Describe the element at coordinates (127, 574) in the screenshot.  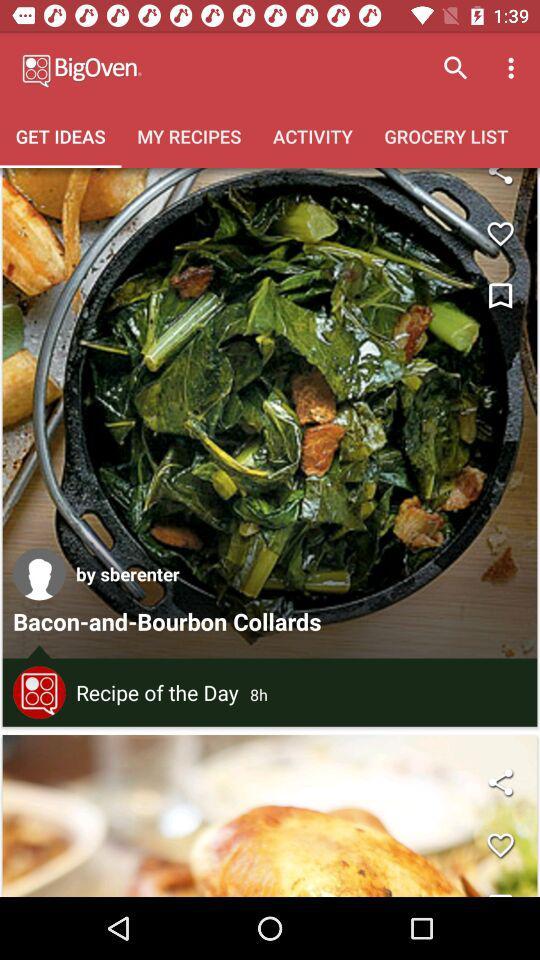
I see `icon above the bacon and bourbon` at that location.